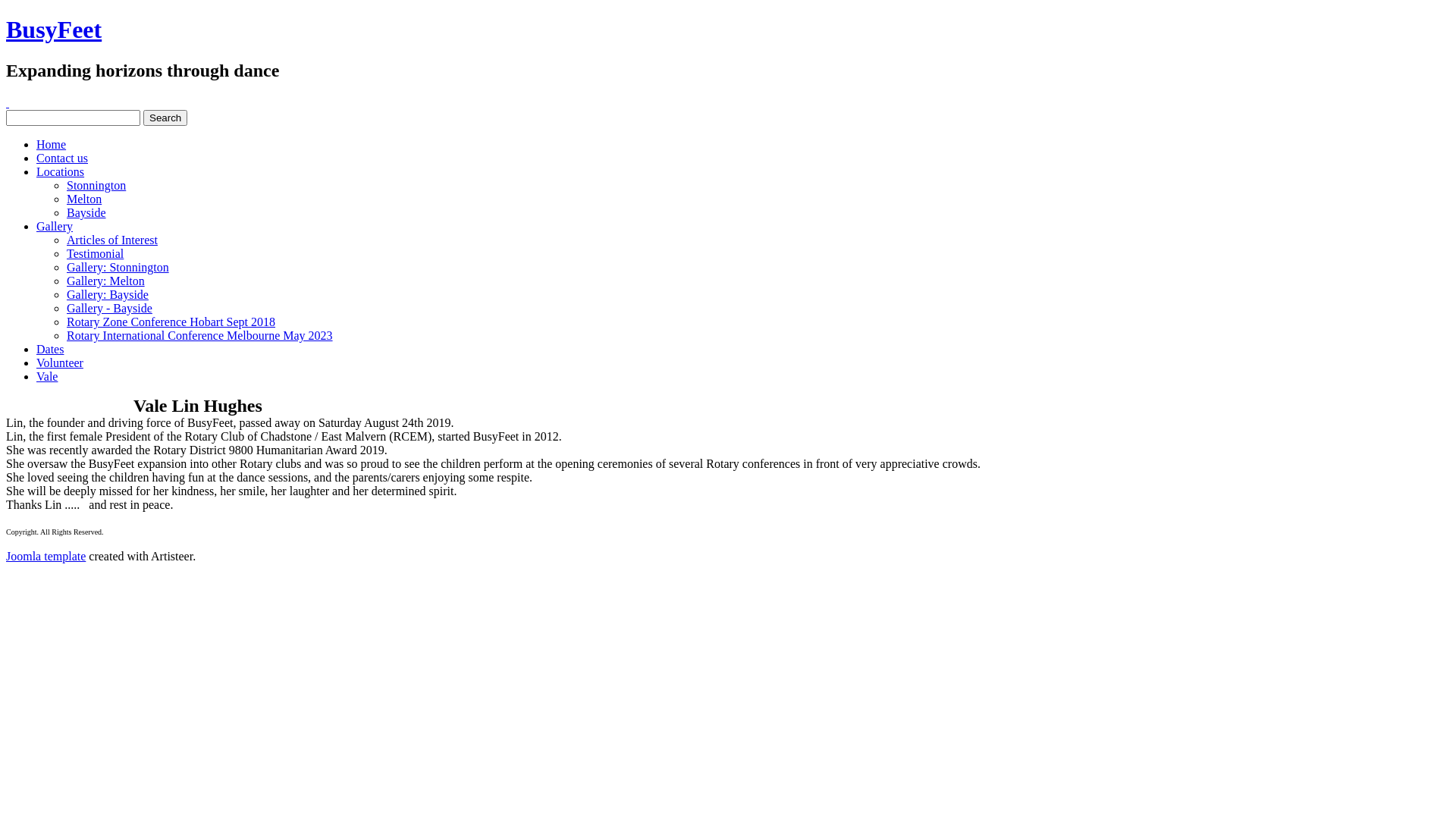 The width and height of the screenshot is (1456, 819). I want to click on 'Gallery: Bayside', so click(107, 294).